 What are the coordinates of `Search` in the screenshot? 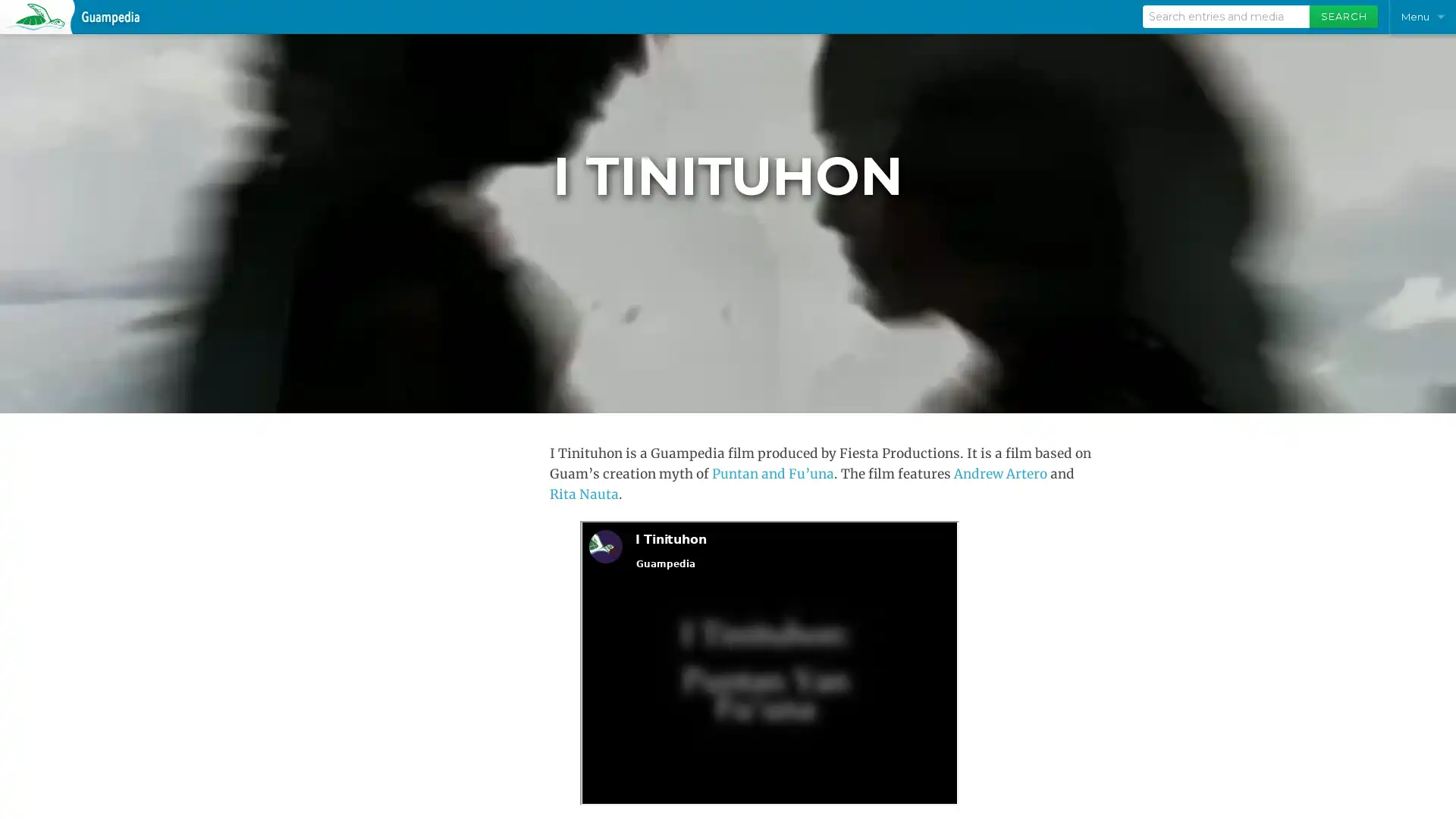 It's located at (1343, 17).